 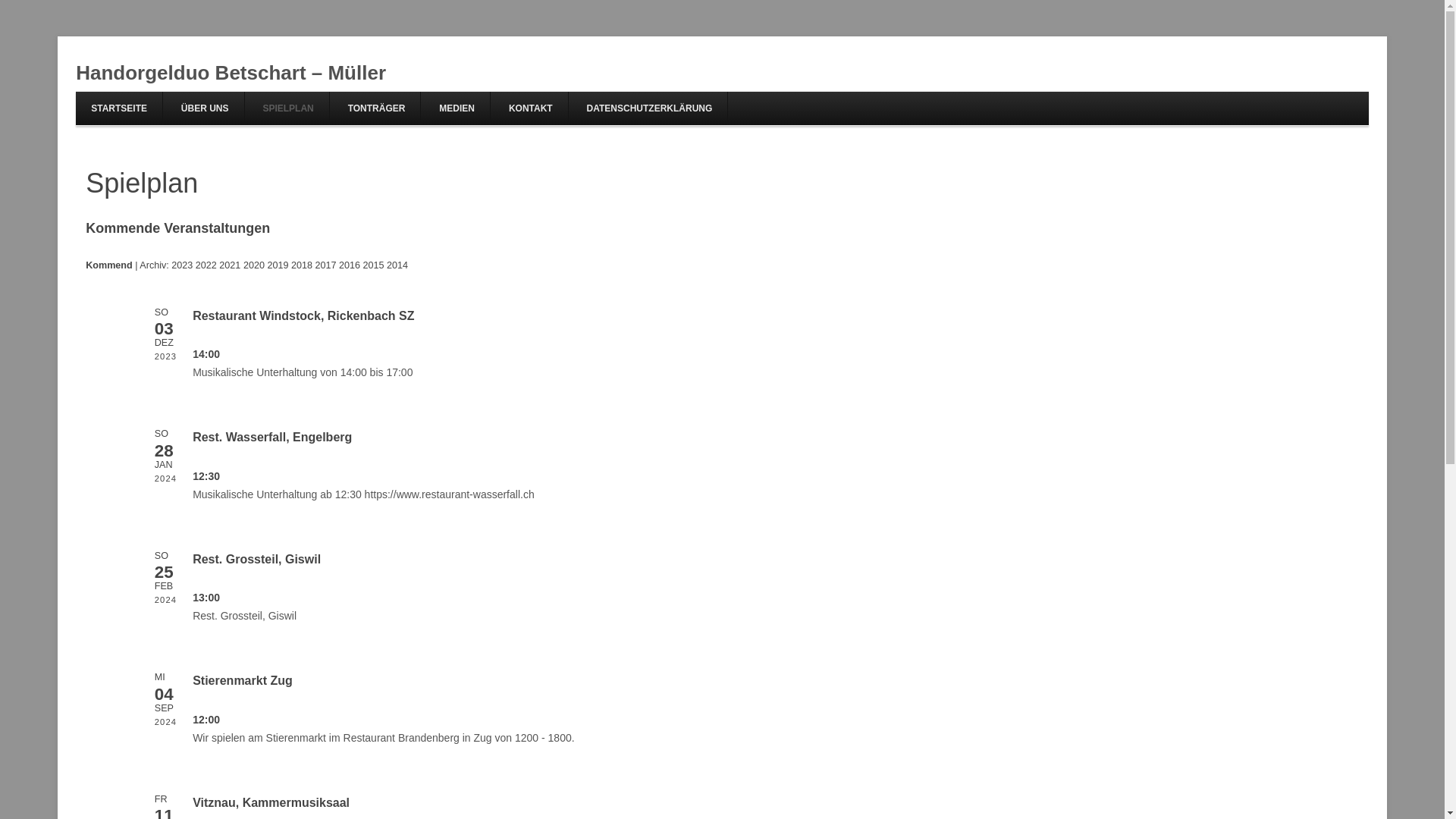 I want to click on 'MEDIEN', so click(x=456, y=107).